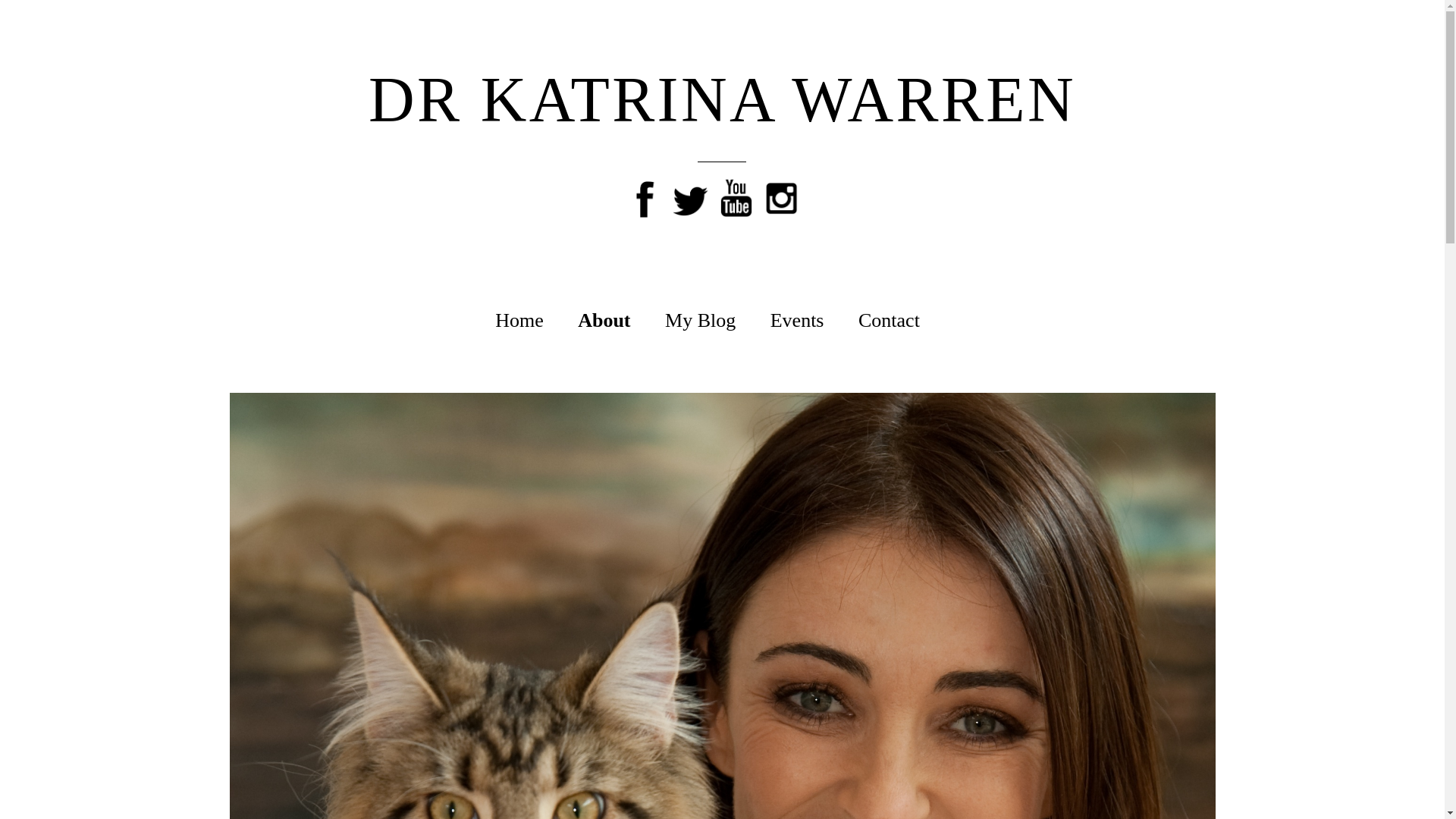 The height and width of the screenshot is (819, 1456). What do you see at coordinates (782, 193) in the screenshot?
I see `'Instagram'` at bounding box center [782, 193].